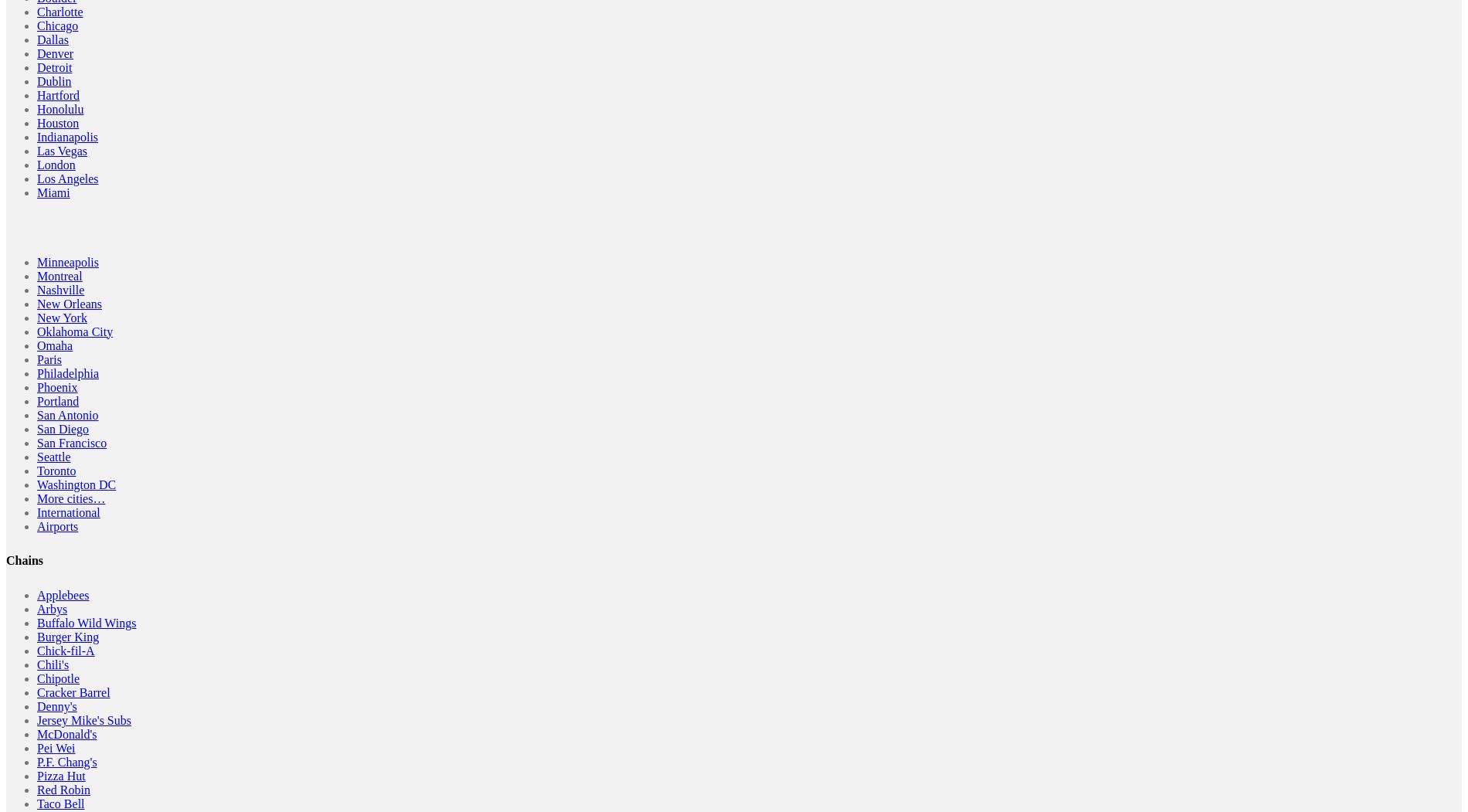 The height and width of the screenshot is (812, 1468). Describe the element at coordinates (37, 664) in the screenshot. I see `'Chili's'` at that location.